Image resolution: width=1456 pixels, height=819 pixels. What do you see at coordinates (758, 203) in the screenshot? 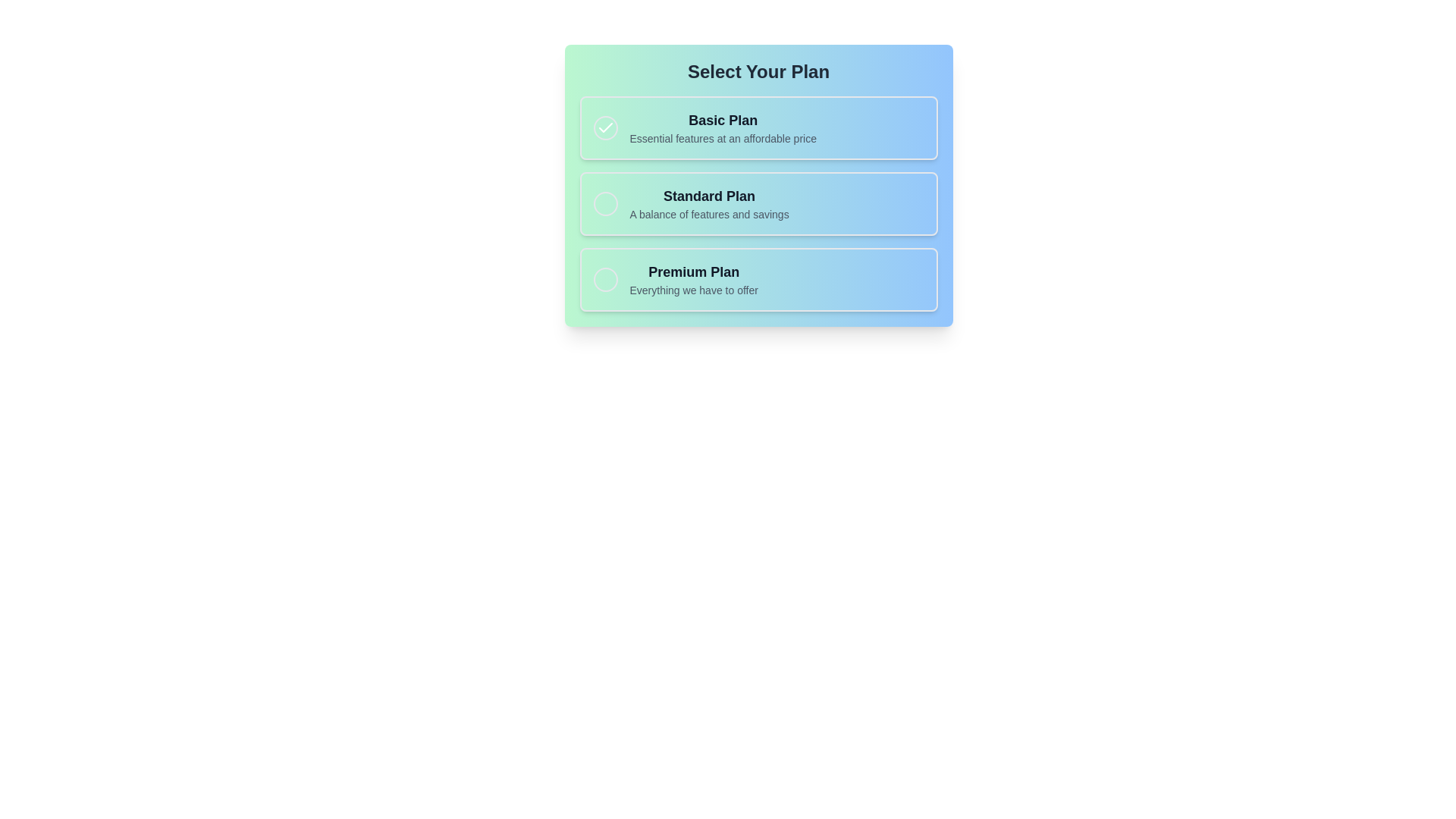
I see `the 'Standard Plan' button-like selection option, which is the second option in the 'Select Your Plan' group` at bounding box center [758, 203].